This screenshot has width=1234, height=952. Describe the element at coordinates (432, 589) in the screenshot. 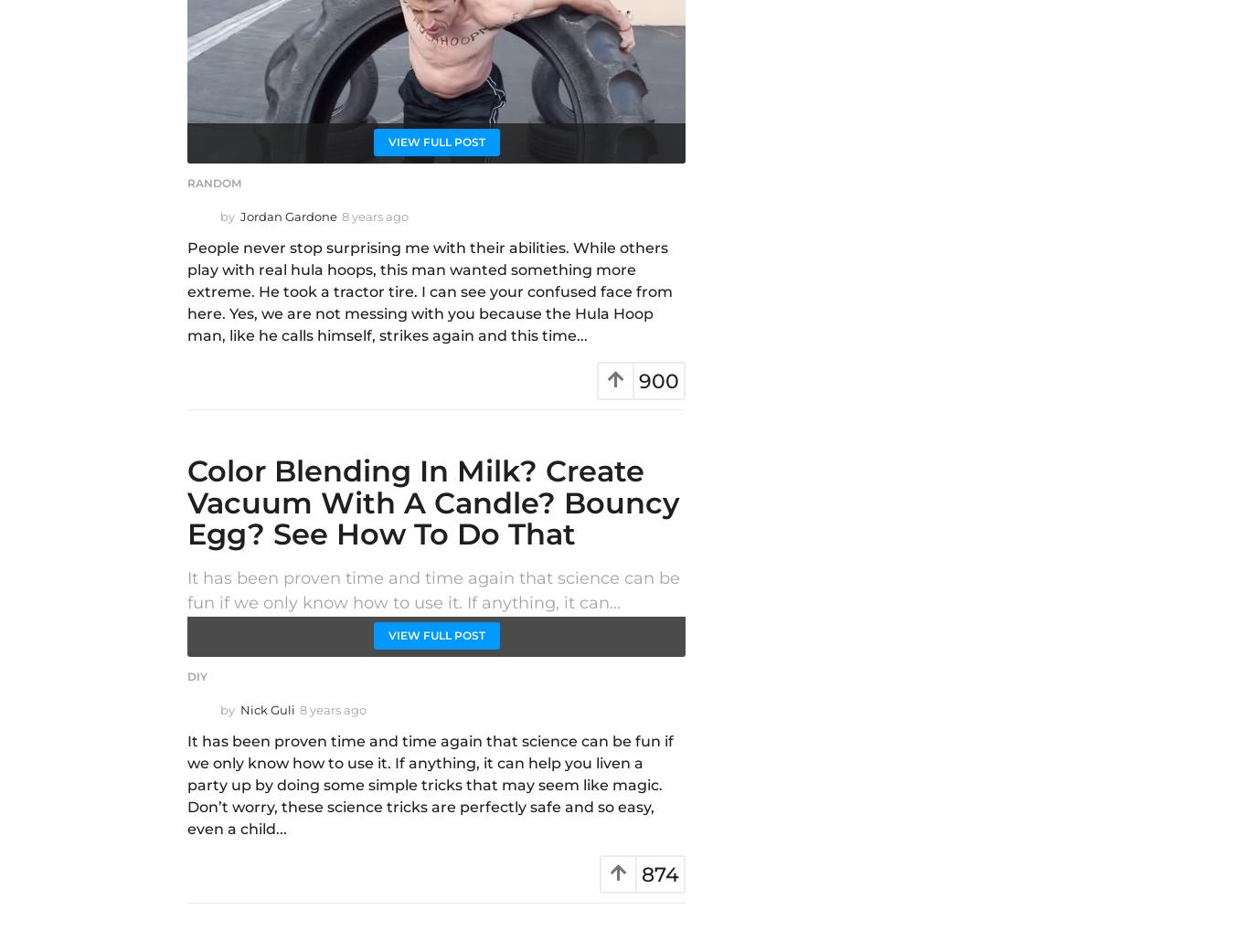

I see `'It has been proven time and time again that science can be fun if we only know how to use it. If anything, it can...'` at that location.